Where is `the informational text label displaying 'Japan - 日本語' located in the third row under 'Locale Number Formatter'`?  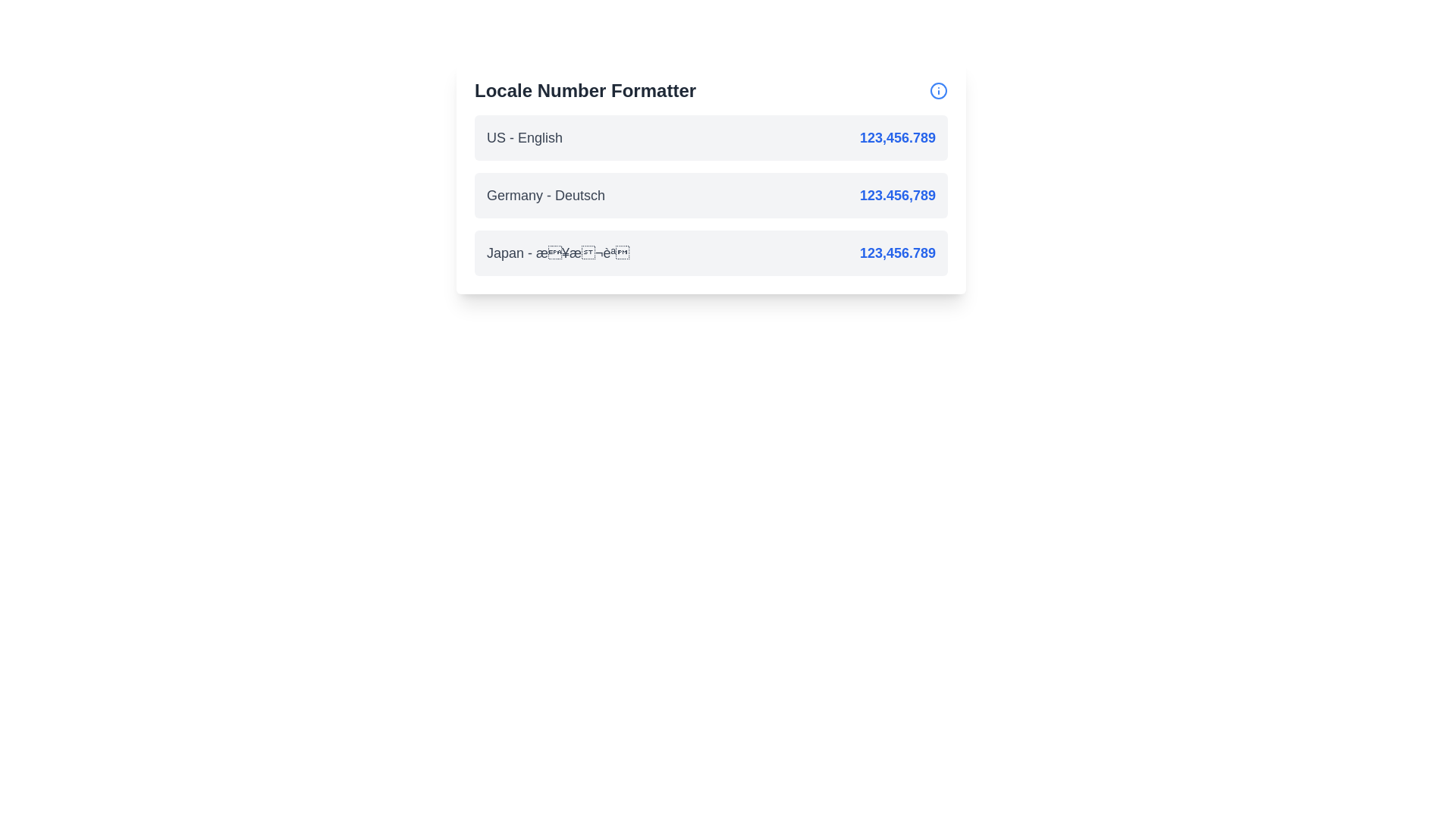 the informational text label displaying 'Japan - 日本語' located in the third row under 'Locale Number Formatter' is located at coordinates (557, 253).